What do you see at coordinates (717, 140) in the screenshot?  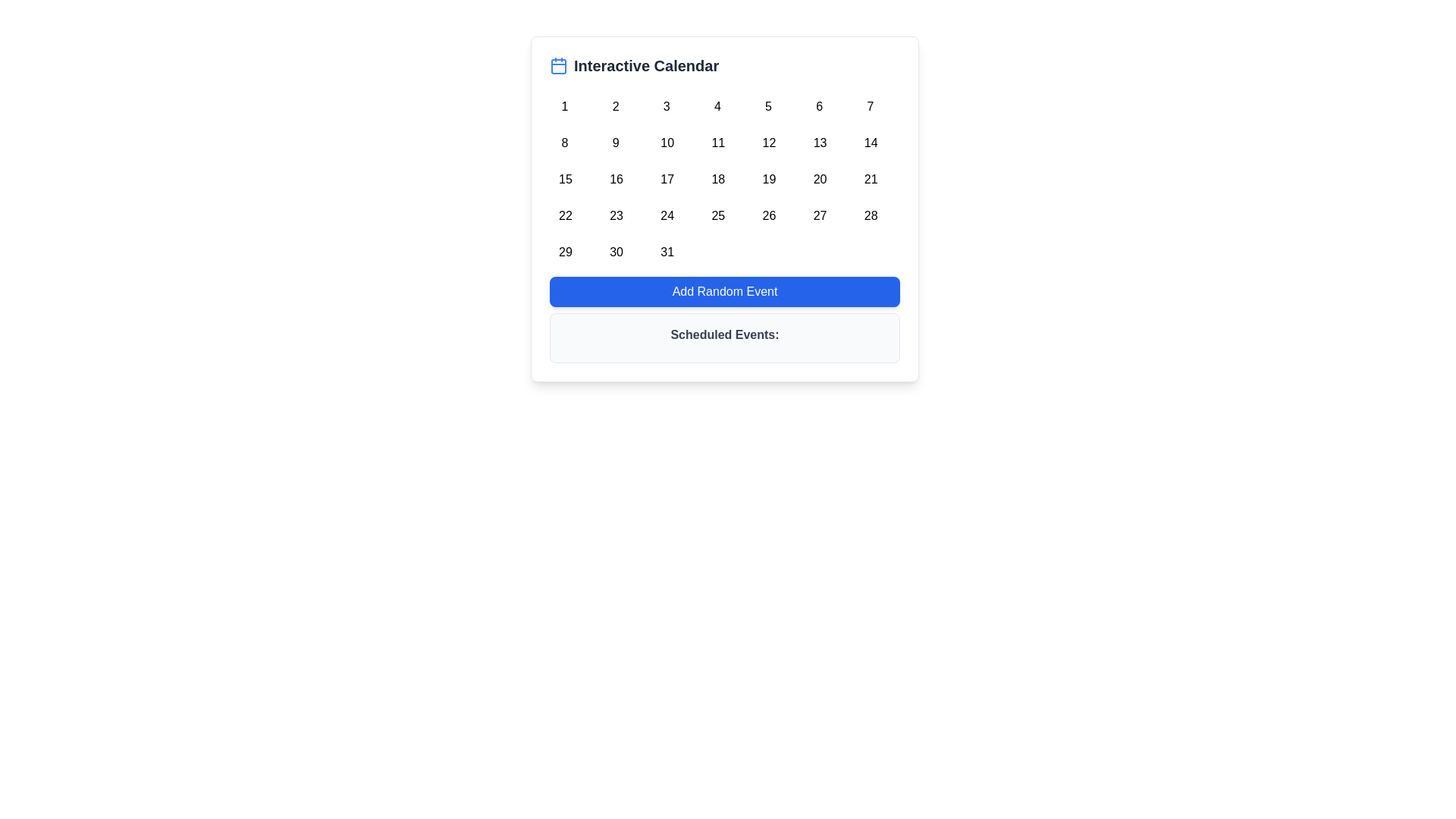 I see `the button with the numeral '11' on a white background, styled with rounded edges, located in the second row and fourth column of the calendar grid` at bounding box center [717, 140].